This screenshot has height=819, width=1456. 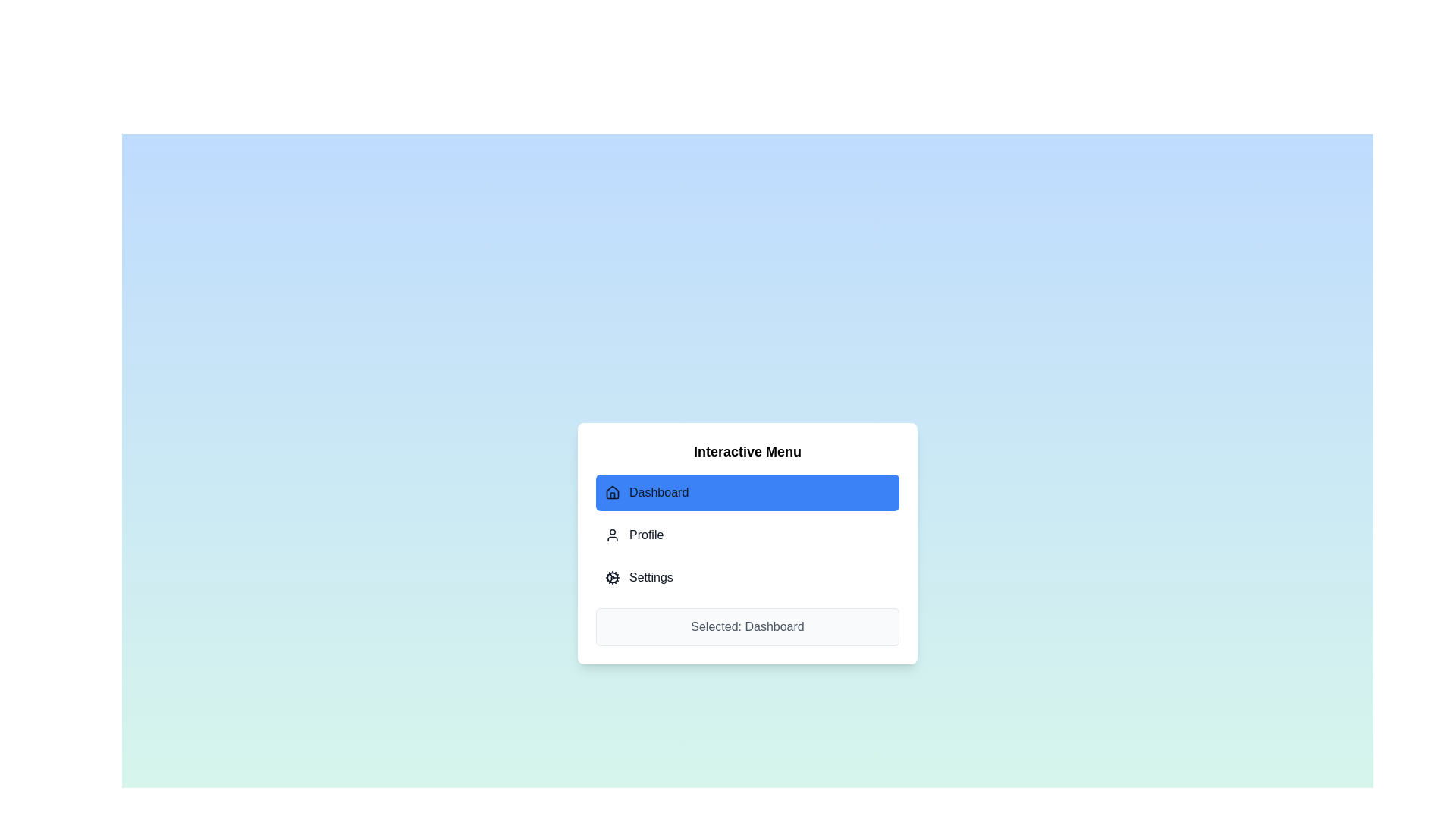 What do you see at coordinates (747, 493) in the screenshot?
I see `the tab labeled Dashboard to observe the visual feedback` at bounding box center [747, 493].